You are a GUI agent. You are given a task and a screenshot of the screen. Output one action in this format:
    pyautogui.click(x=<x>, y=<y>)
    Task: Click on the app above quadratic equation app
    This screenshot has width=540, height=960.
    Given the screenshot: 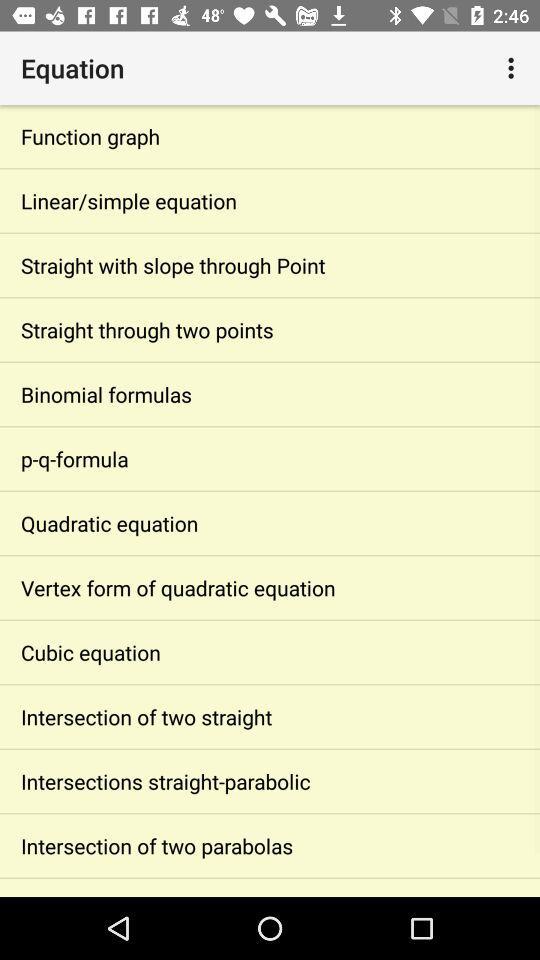 What is the action you would take?
    pyautogui.click(x=270, y=458)
    